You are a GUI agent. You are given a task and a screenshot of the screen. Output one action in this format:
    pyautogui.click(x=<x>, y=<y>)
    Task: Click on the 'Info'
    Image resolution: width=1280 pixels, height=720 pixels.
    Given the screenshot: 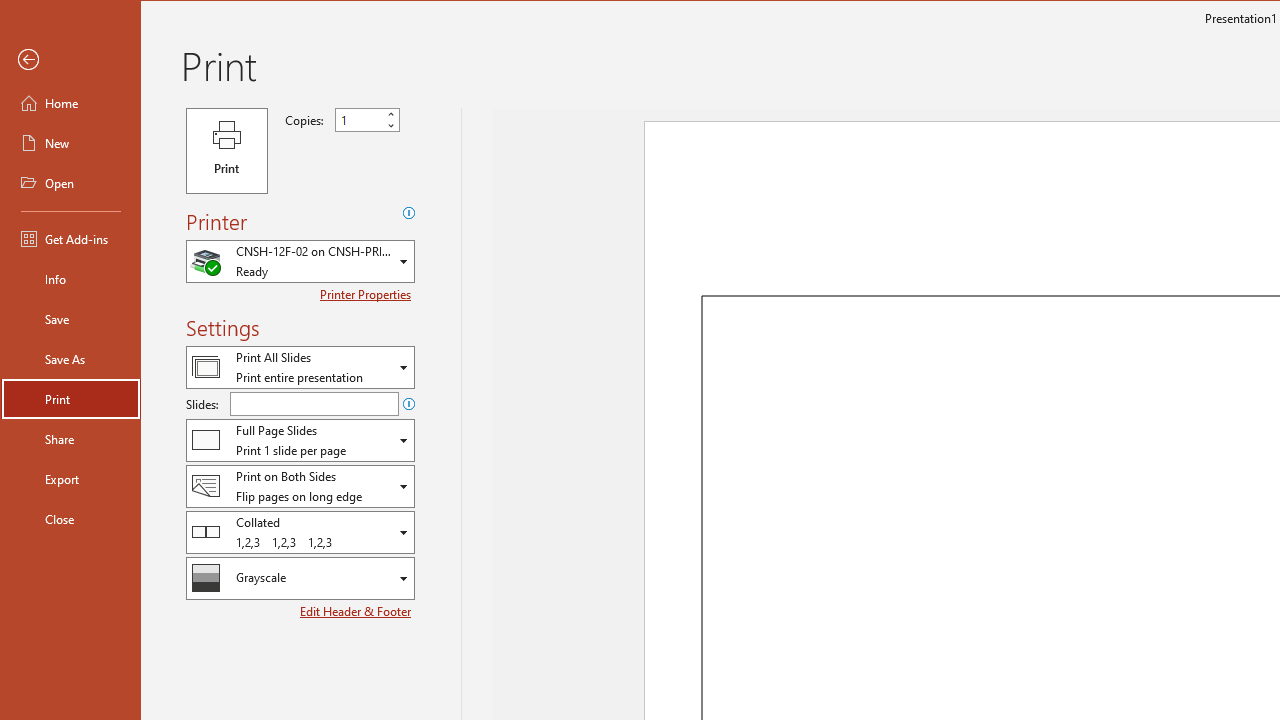 What is the action you would take?
    pyautogui.click(x=71, y=279)
    